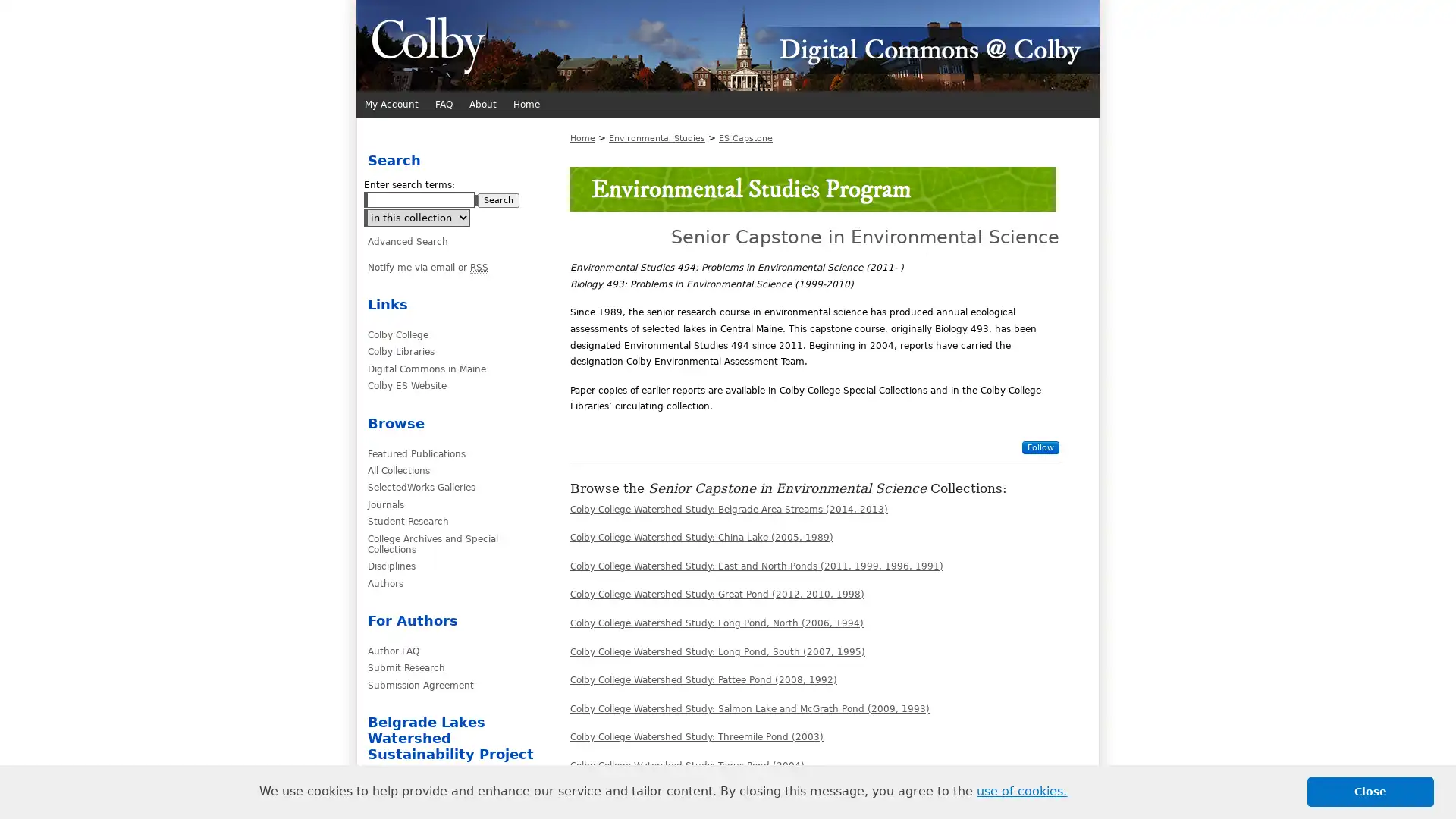  What do you see at coordinates (498, 199) in the screenshot?
I see `Search` at bounding box center [498, 199].